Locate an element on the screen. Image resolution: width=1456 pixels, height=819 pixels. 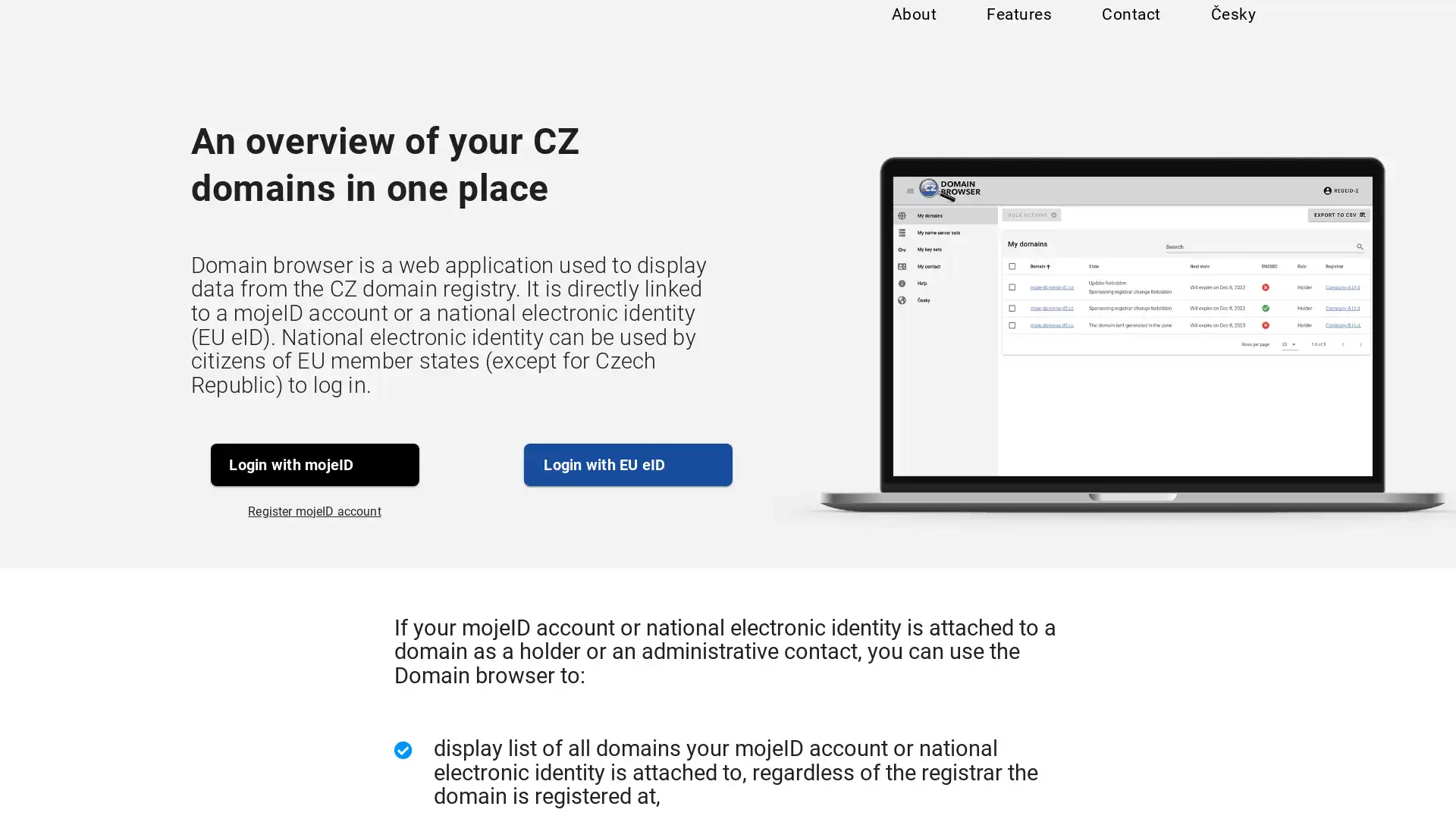
Contact is located at coordinates (1130, 32).